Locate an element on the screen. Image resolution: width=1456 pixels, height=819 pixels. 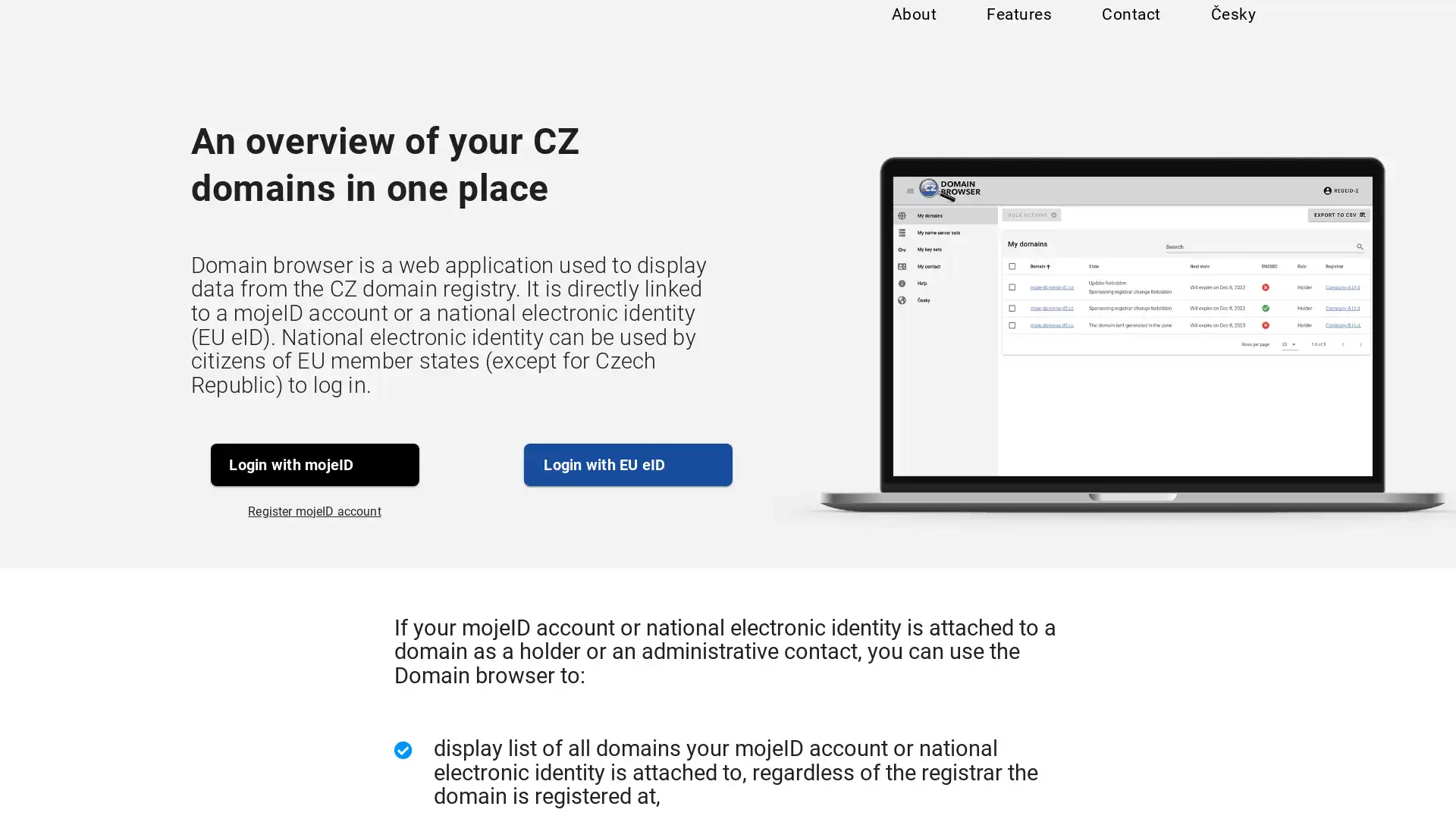
Contact is located at coordinates (1130, 32).